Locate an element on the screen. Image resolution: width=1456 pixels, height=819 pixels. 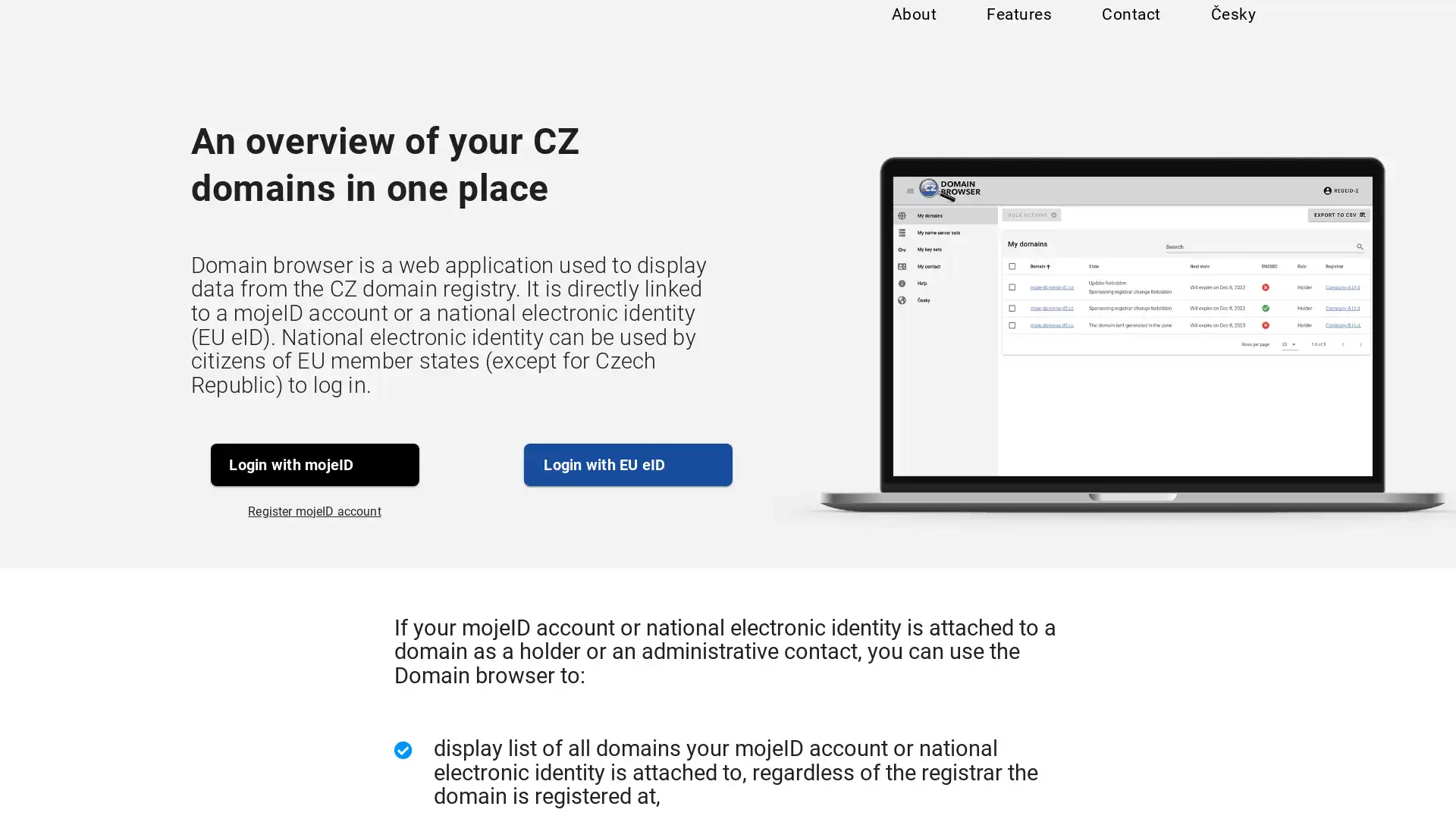
Contact is located at coordinates (1130, 32).